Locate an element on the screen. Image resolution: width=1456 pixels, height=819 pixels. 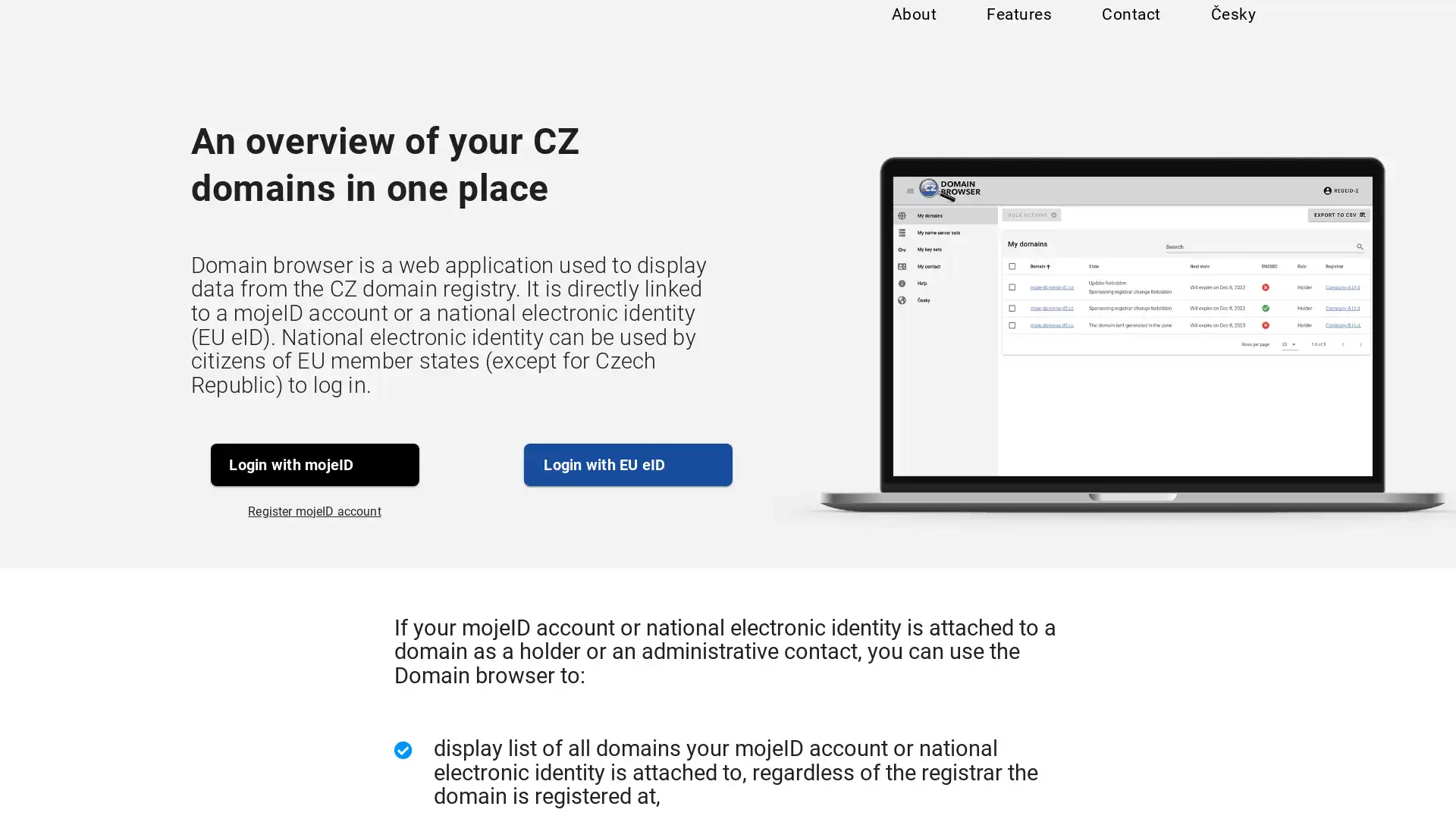
Contact is located at coordinates (1130, 32).